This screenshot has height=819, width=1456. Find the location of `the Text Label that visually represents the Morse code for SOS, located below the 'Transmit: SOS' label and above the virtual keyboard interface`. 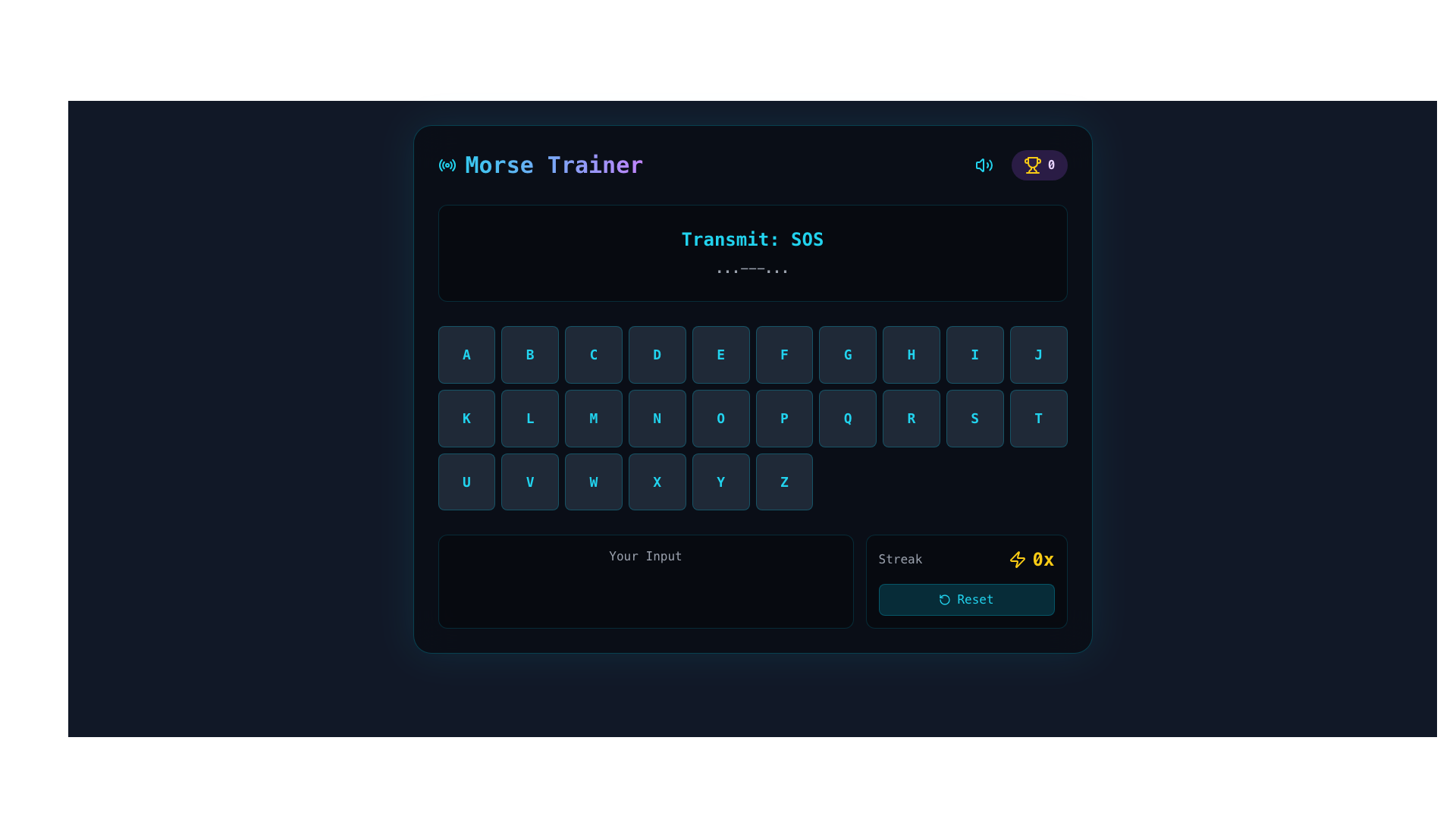

the Text Label that visually represents the Morse code for SOS, located below the 'Transmit: SOS' label and above the virtual keyboard interface is located at coordinates (752, 268).